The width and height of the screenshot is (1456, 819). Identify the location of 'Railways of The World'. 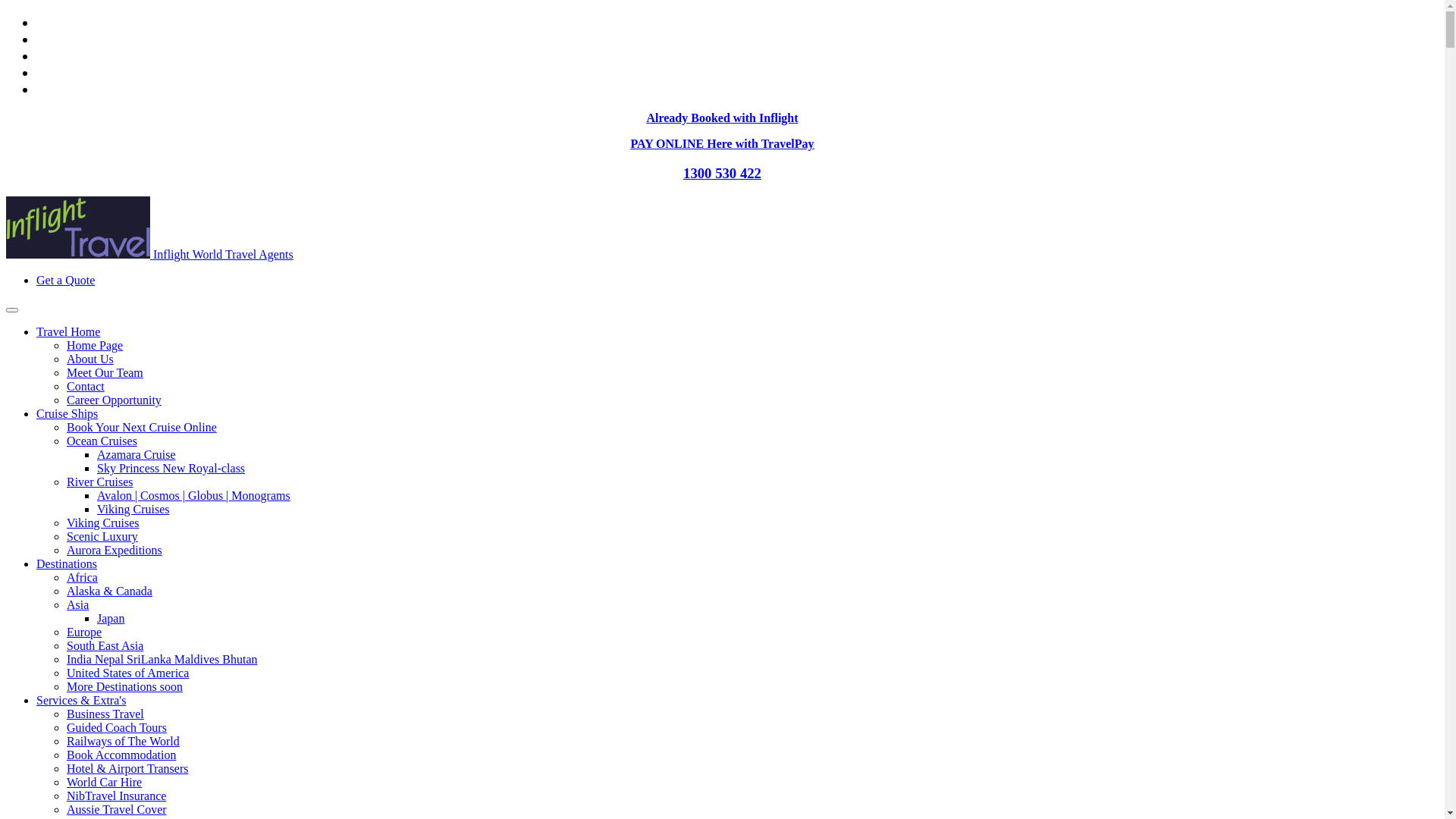
(123, 740).